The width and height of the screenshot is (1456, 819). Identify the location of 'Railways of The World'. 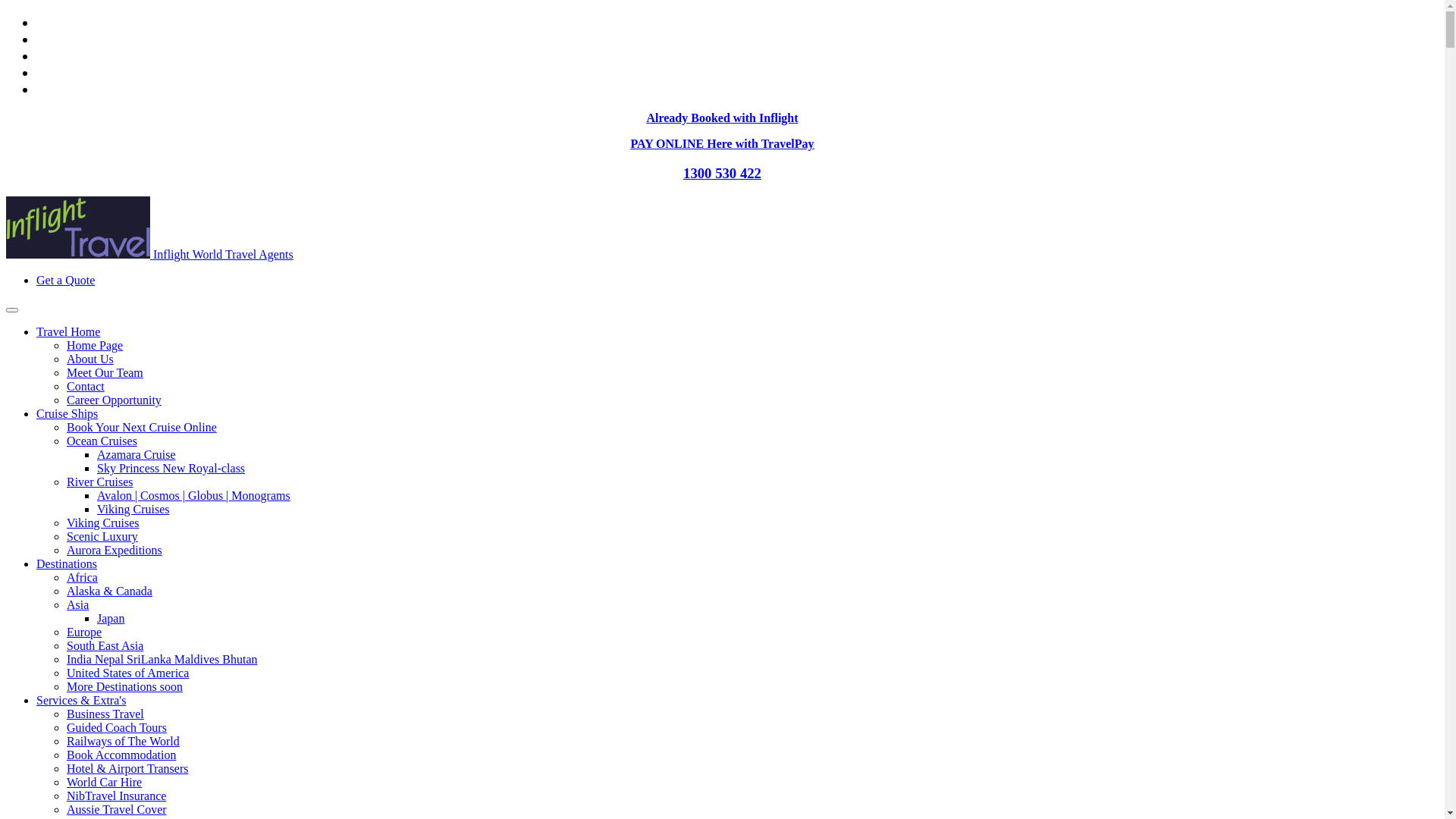
(123, 740).